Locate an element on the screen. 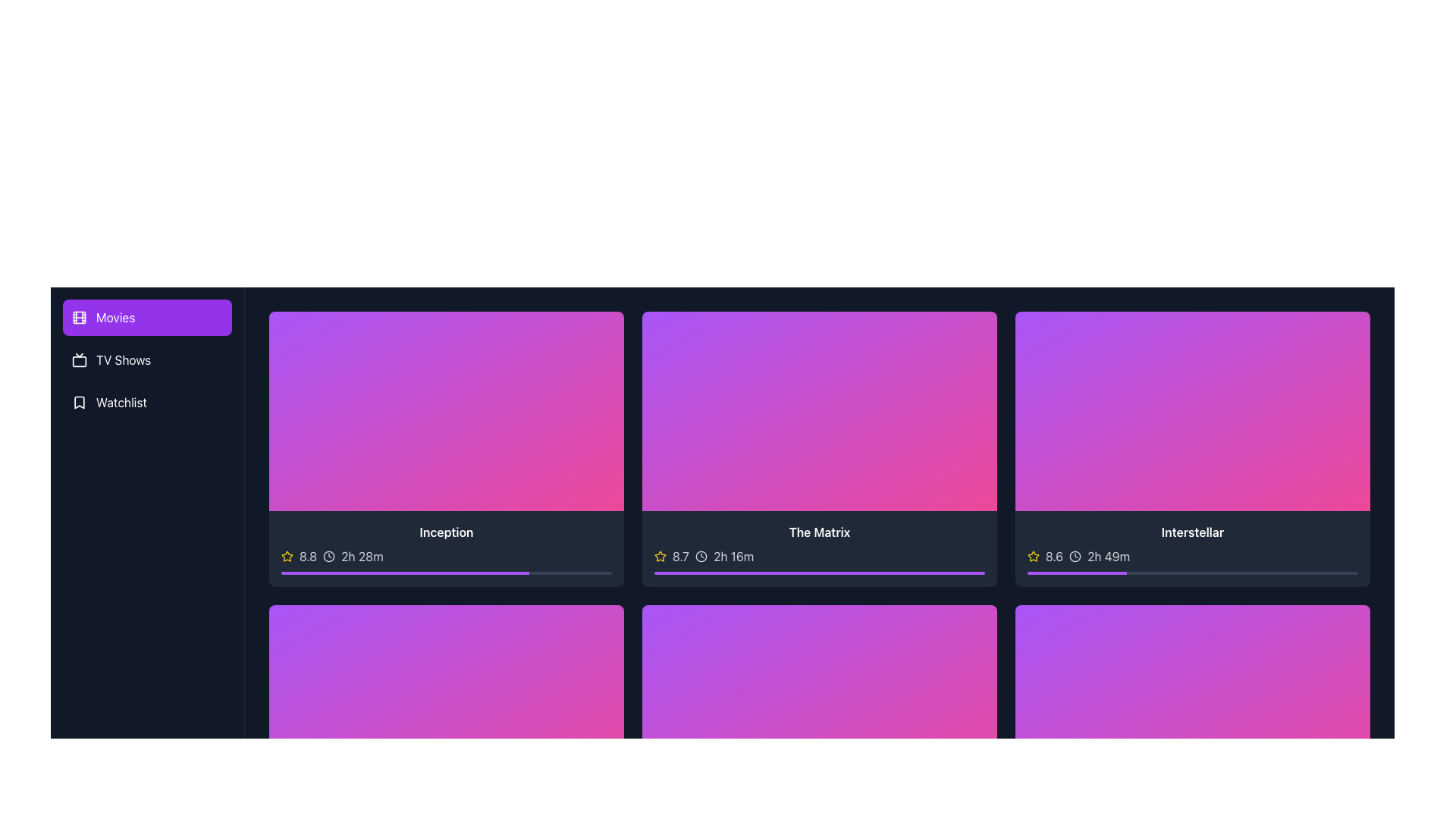 Image resolution: width=1456 pixels, height=819 pixels. the Play Button (SVG Component) located in the center of the 'Inception' movie card in the first row, first column is located at coordinates (446, 411).